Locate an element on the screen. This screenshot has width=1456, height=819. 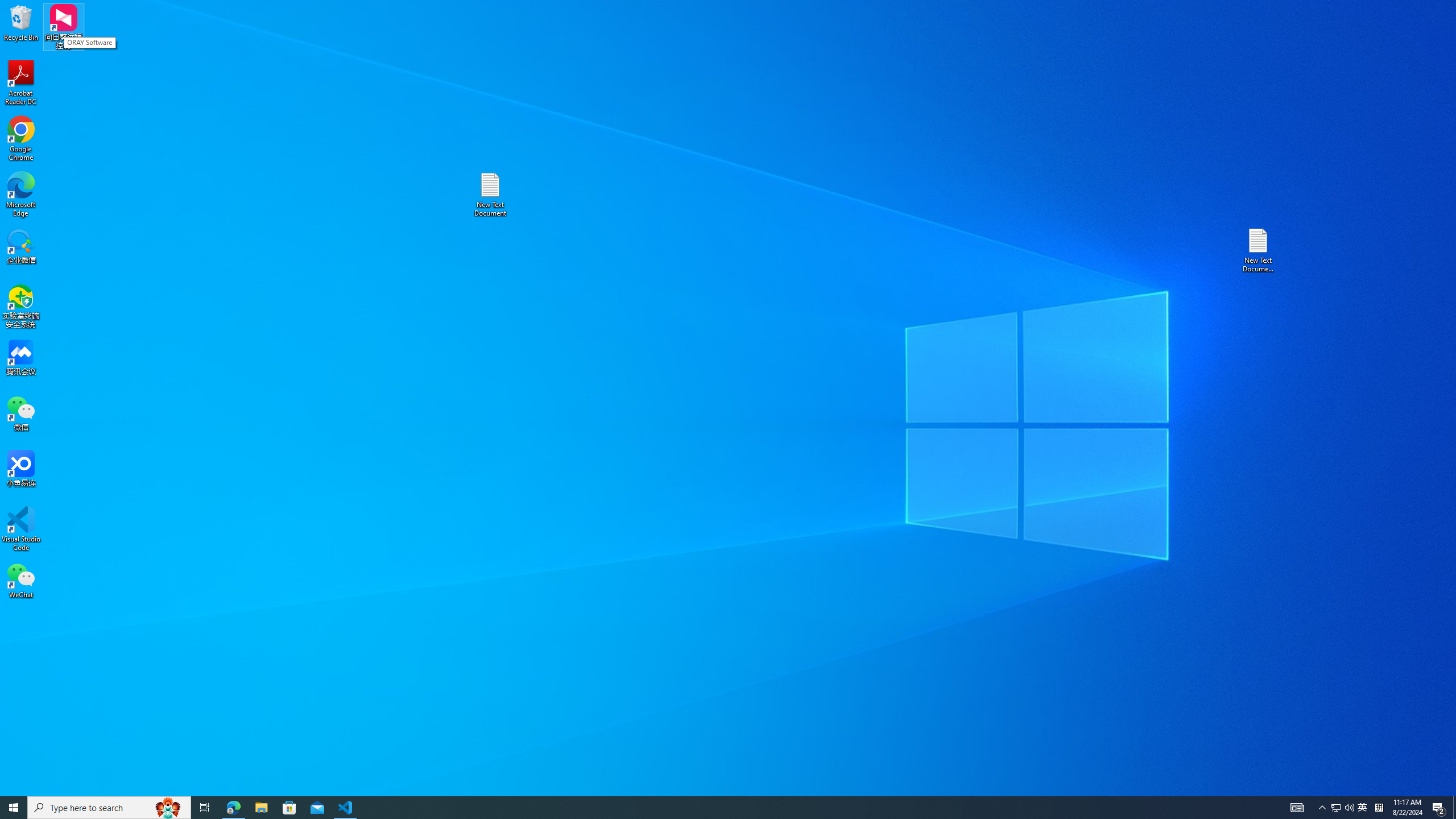
'New Text Document (2)' is located at coordinates (1259, 249).